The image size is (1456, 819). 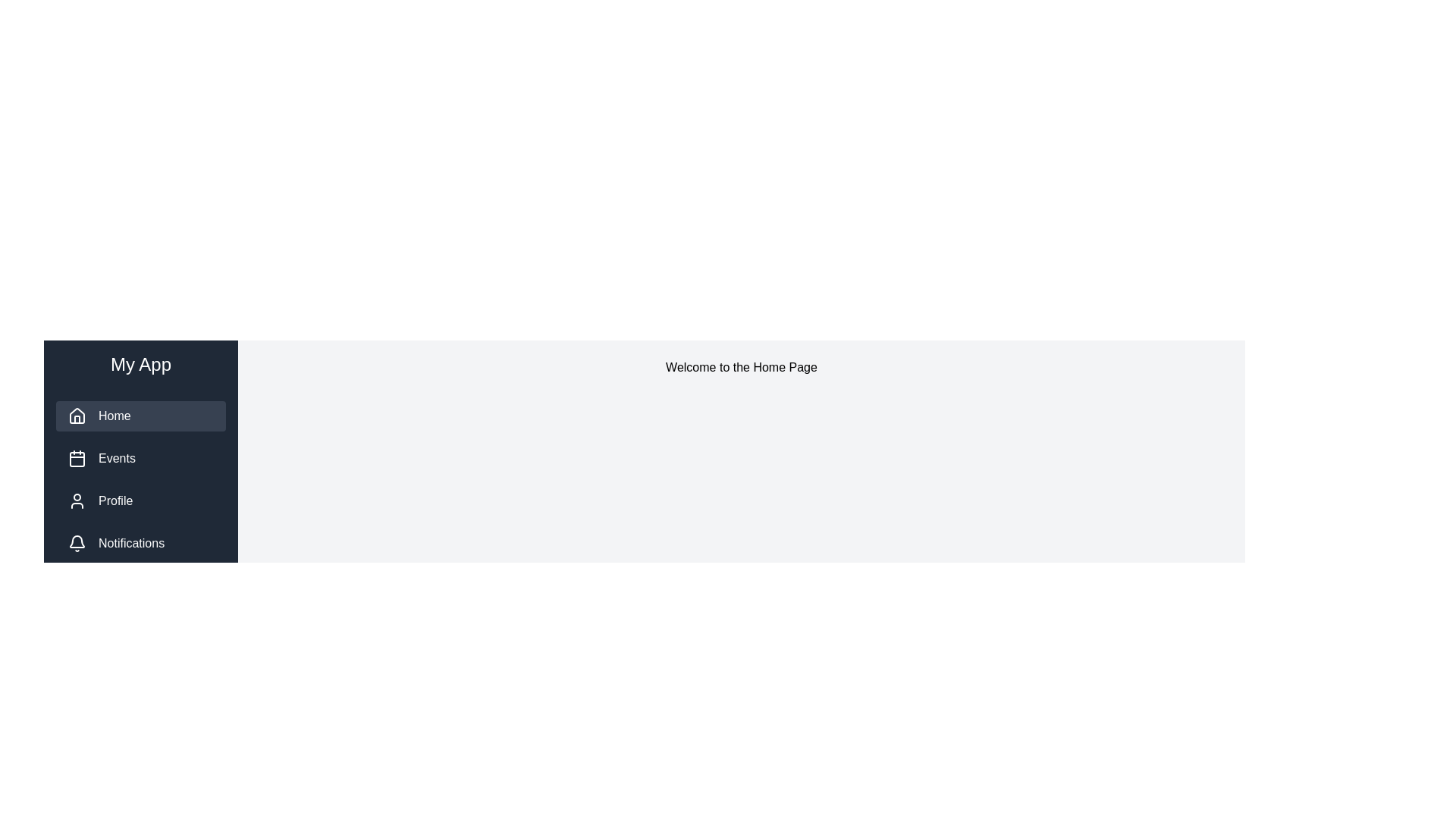 What do you see at coordinates (141, 479) in the screenshot?
I see `the 'Home' section of the vertical navigation menu` at bounding box center [141, 479].